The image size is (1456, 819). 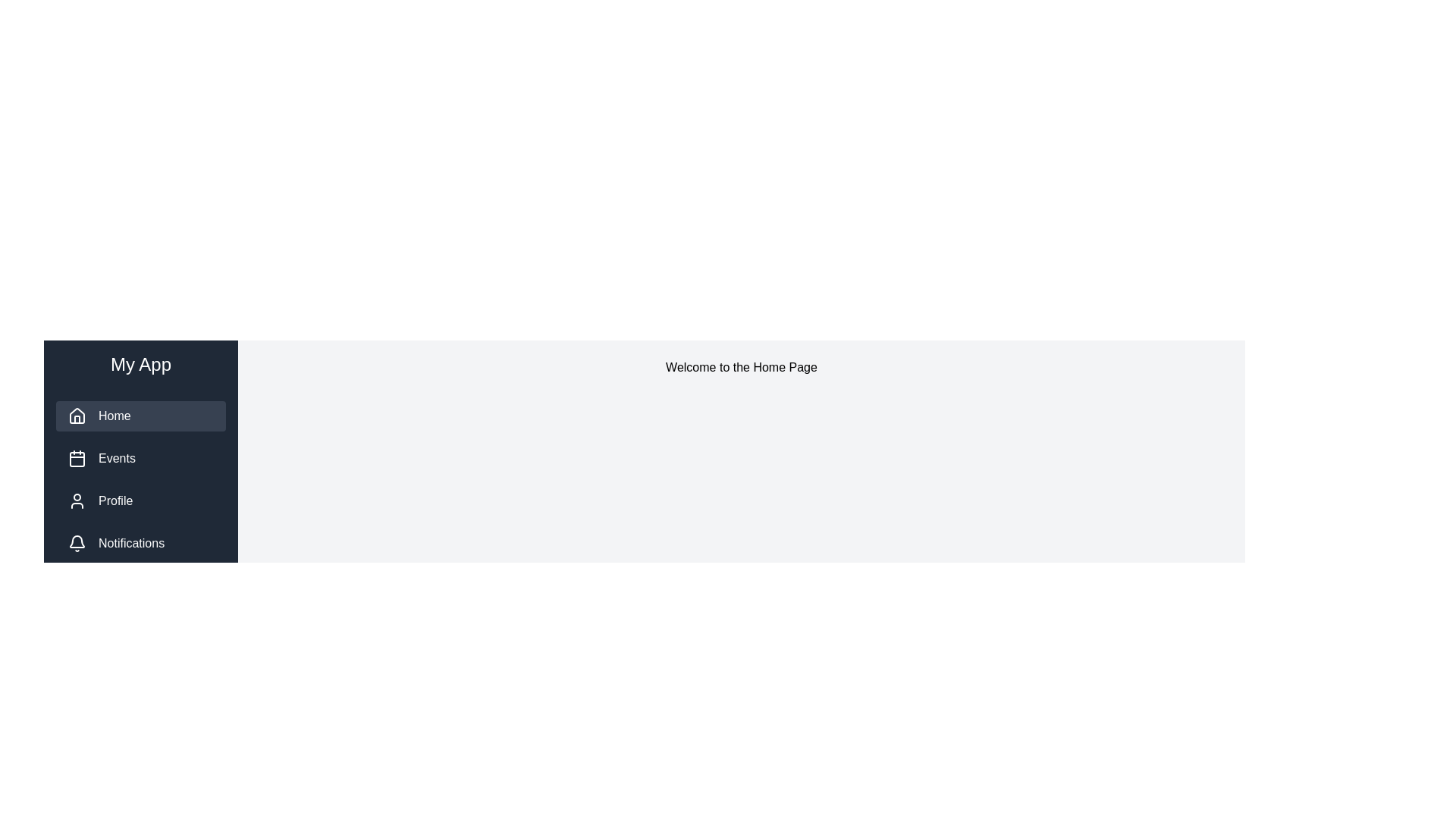 What do you see at coordinates (141, 479) in the screenshot?
I see `the 'Home' section of the vertical navigation menu` at bounding box center [141, 479].